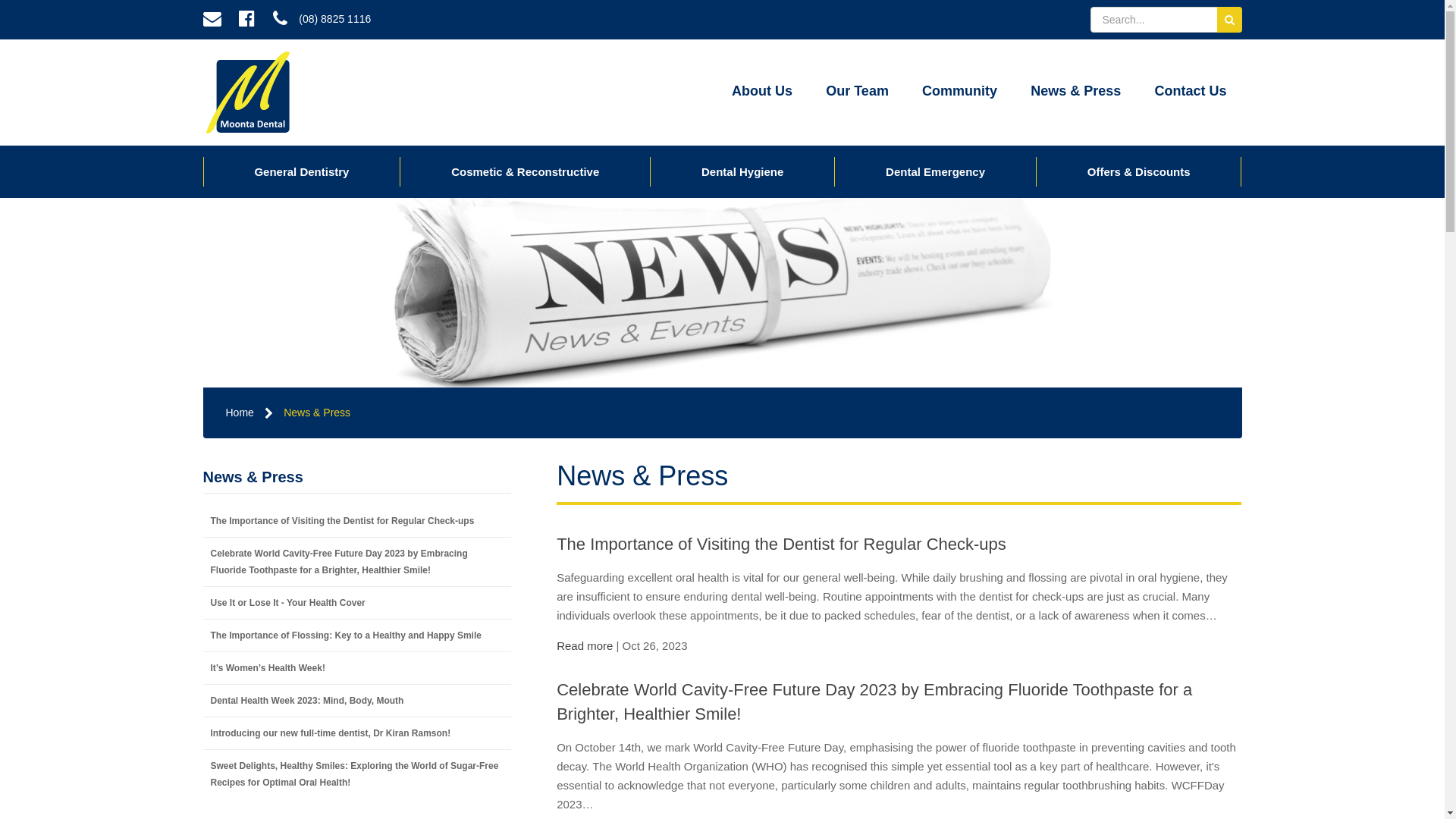 The height and width of the screenshot is (819, 1456). Describe the element at coordinates (321, 20) in the screenshot. I see `'(08) 8825 1116'` at that location.